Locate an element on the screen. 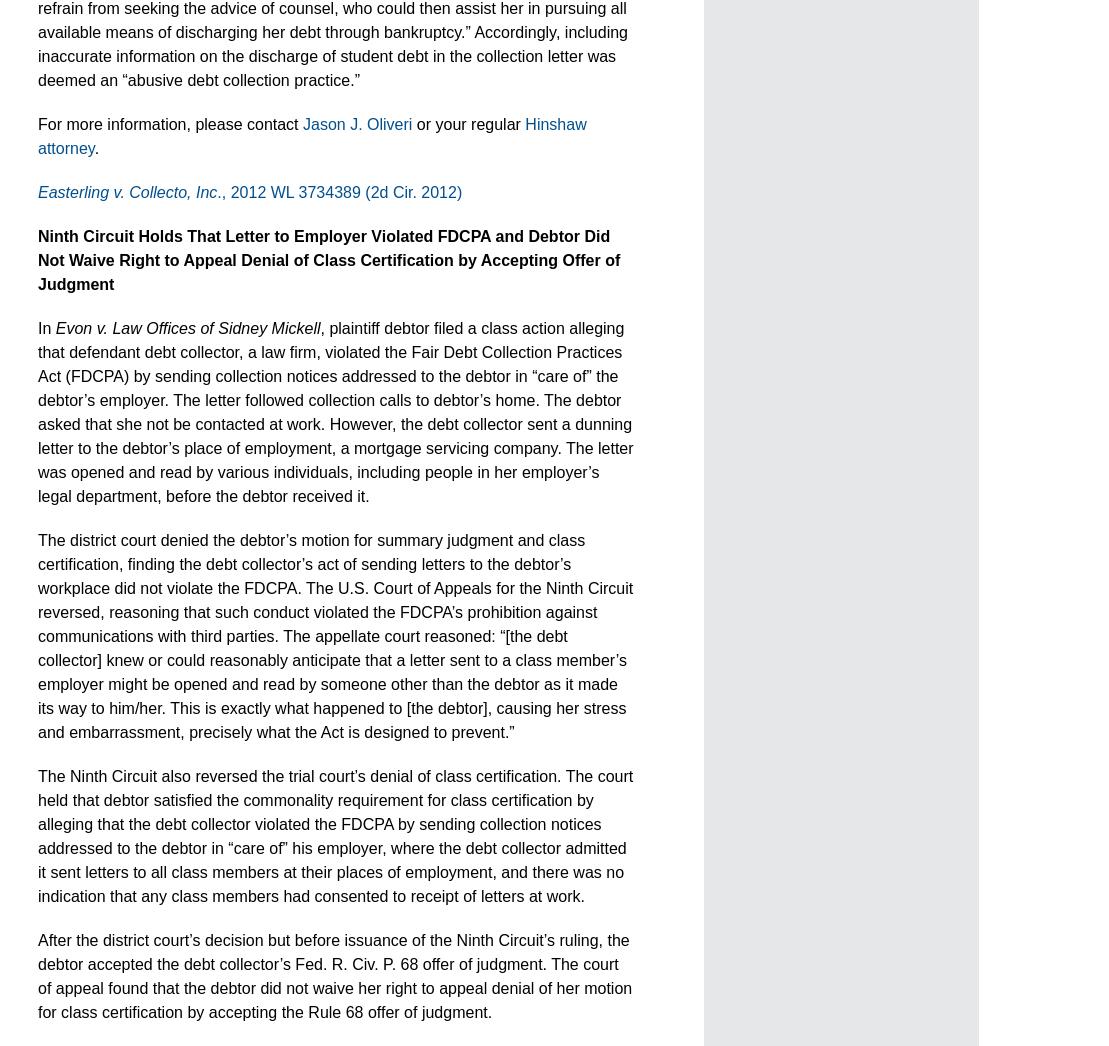 The width and height of the screenshot is (1109, 1046). 'The district court denied the debtor’s motion for summary judgment and class certification, finding the debt collector’s act of sending letters to the debtor’s workplace did not violate the FDCPA. The U.S. Court of Appeals for the Ninth Circuit reversed, reasoning that such conduct violated the FDCPA’s prohibition against communications with third parties. The appellate court reasoned: “[the debt collector] knew or could reasonably anticipate that a letter sent to a class member’s employer might be opened and read by someone other than the debtor as it made its way to him/her. This is exactly what happened to [the debtor], causing her stress and embarrassment, precisely what the Act is designed to prevent.”' is located at coordinates (38, 635).